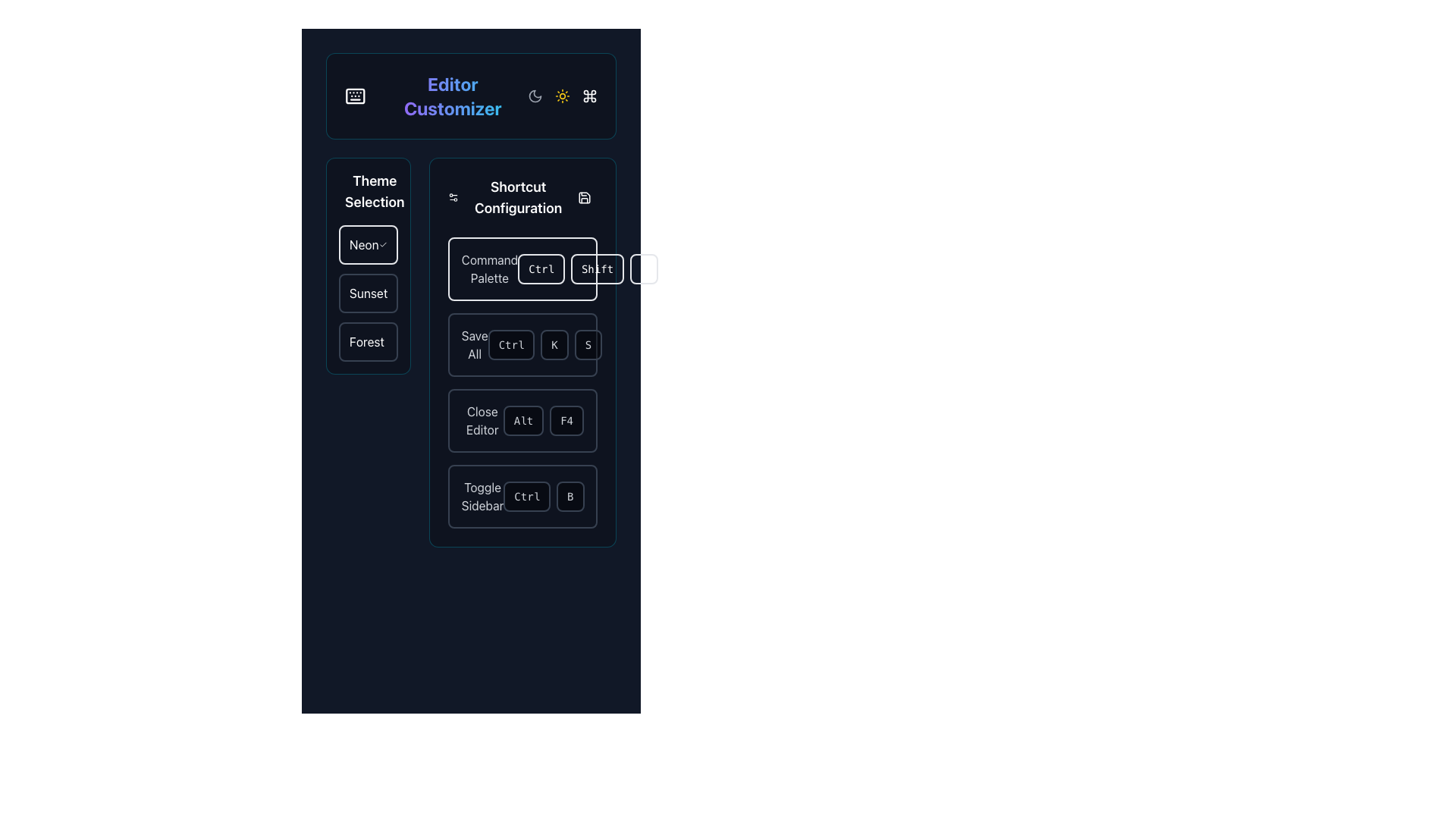  I want to click on the 'Shift' button, which is the second button in the horizontal row under the 'Shortcut Configuration' section of the 'Command Palette'. It has a cyan border and semi-transparent cyan background with the text 'Shift' in a monospaced typeface, so click(596, 268).